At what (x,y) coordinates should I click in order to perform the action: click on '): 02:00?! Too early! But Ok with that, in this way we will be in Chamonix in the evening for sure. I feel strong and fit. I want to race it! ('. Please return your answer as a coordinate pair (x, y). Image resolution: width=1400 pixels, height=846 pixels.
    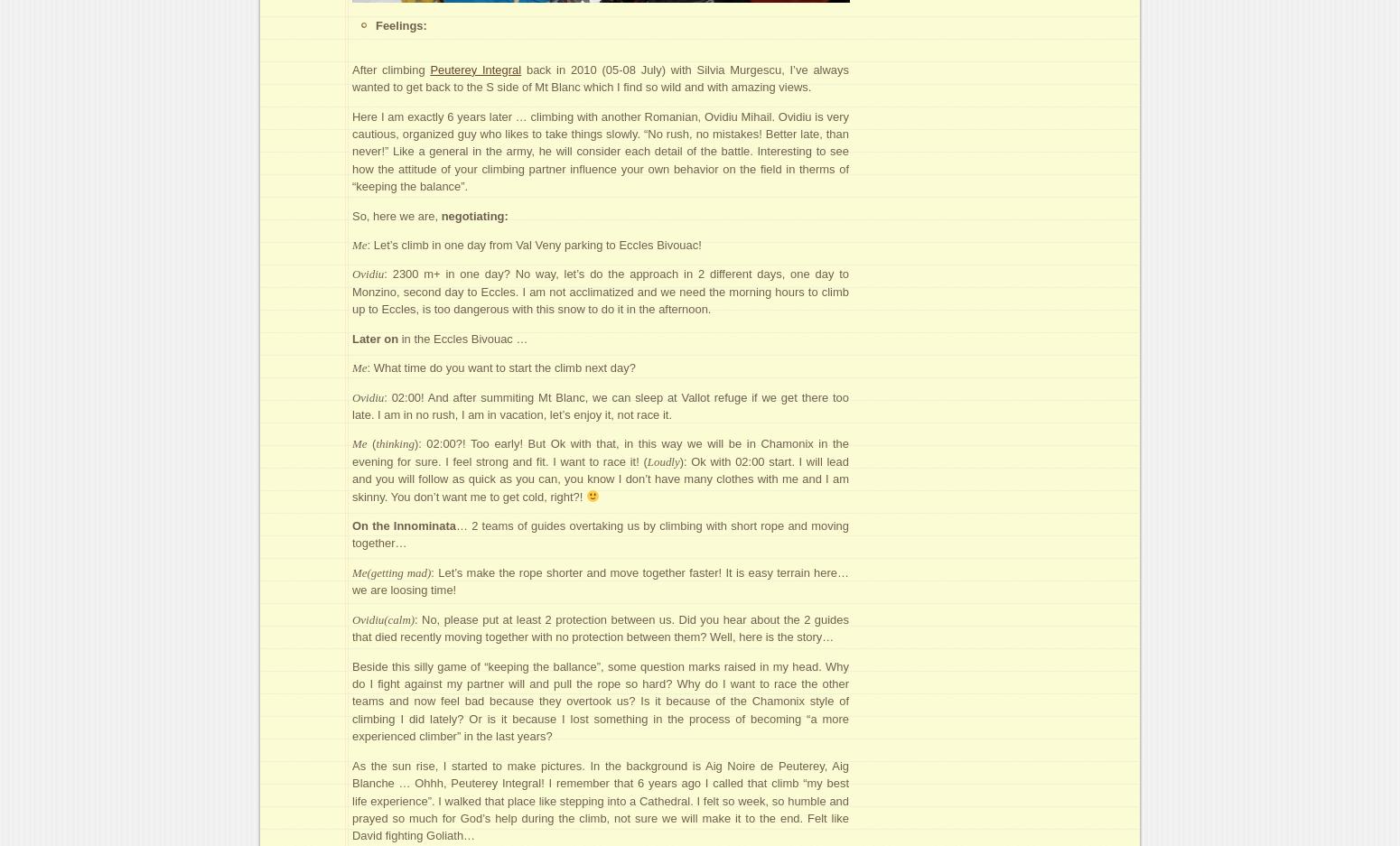
    Looking at the image, I should click on (599, 452).